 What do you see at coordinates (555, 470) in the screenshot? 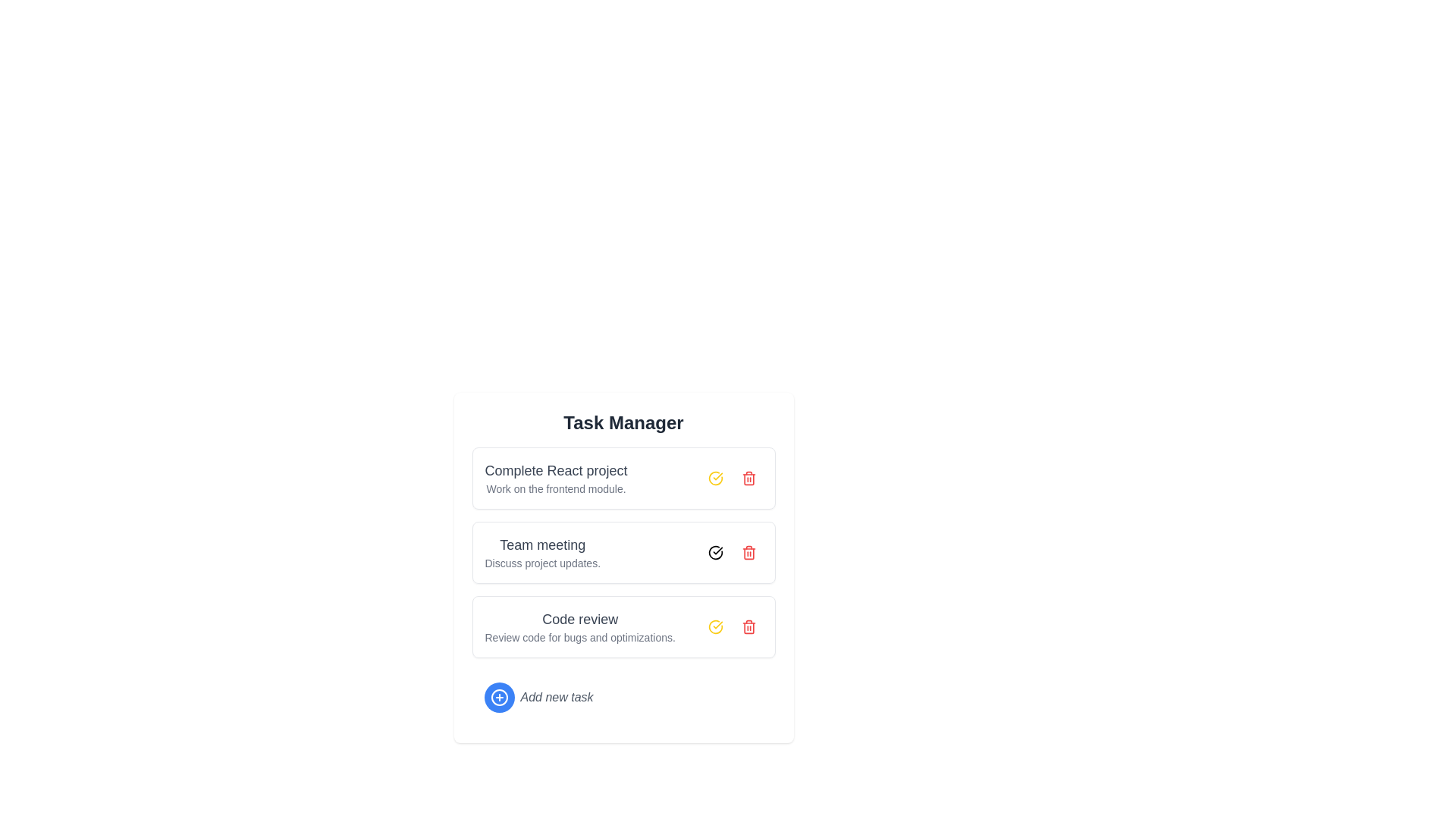
I see `the text label that serves as the title of the first task item in the task management application, positioned above the text 'Work on the frontend module.'` at bounding box center [555, 470].